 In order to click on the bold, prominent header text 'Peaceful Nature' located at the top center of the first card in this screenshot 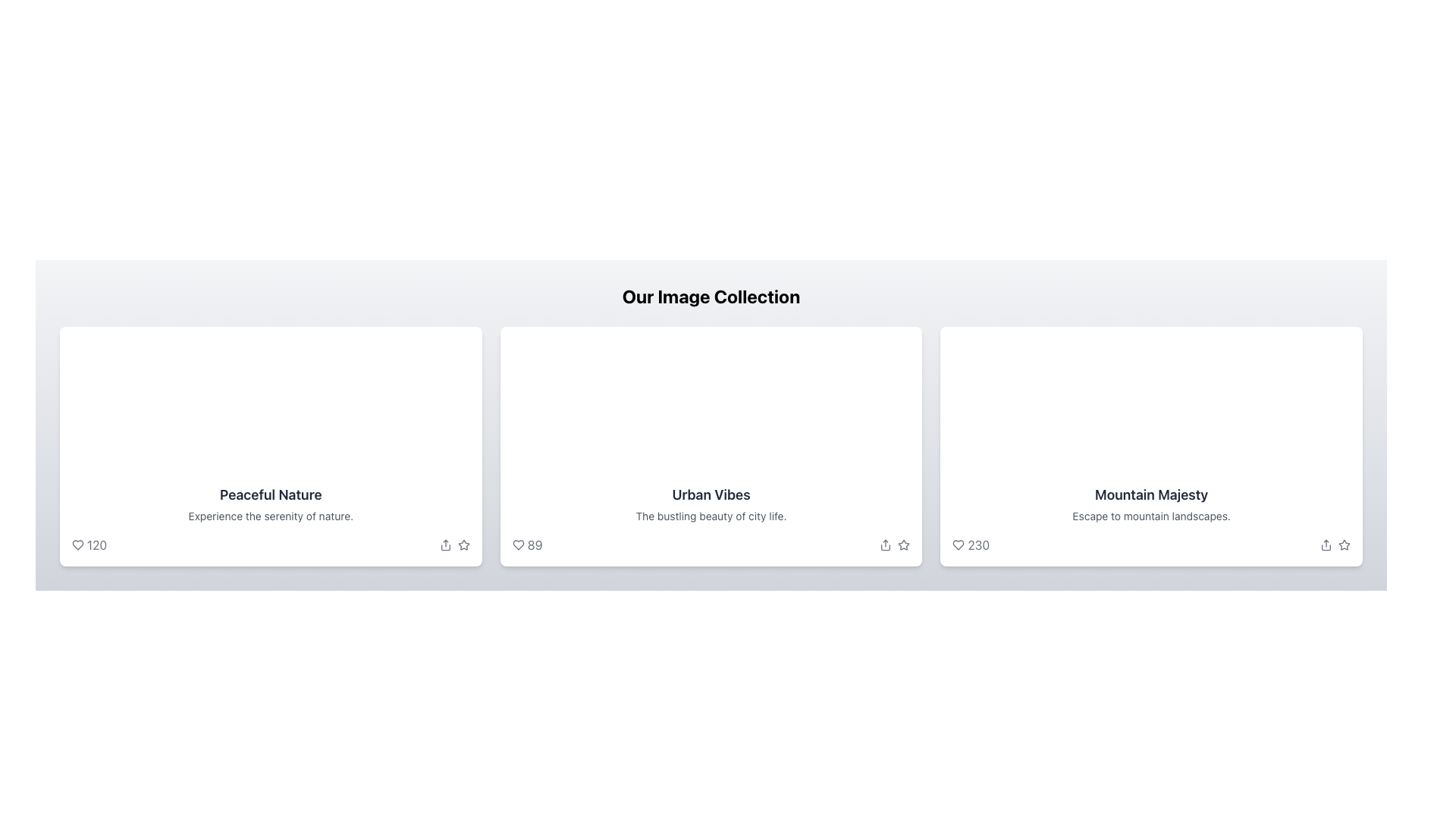, I will do `click(270, 494)`.